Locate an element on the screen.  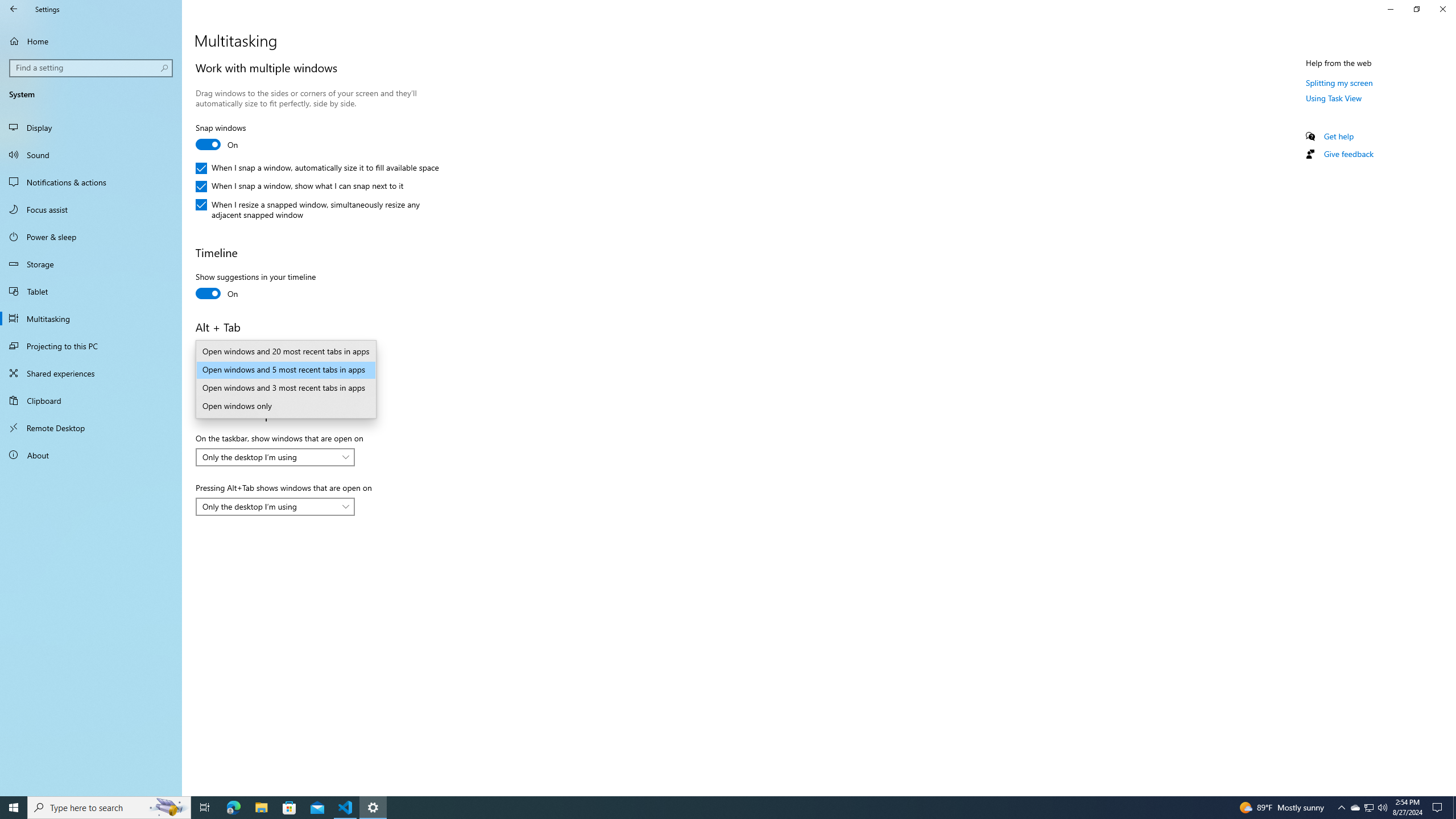
'Visual Studio Code - 1 running window' is located at coordinates (345, 806).